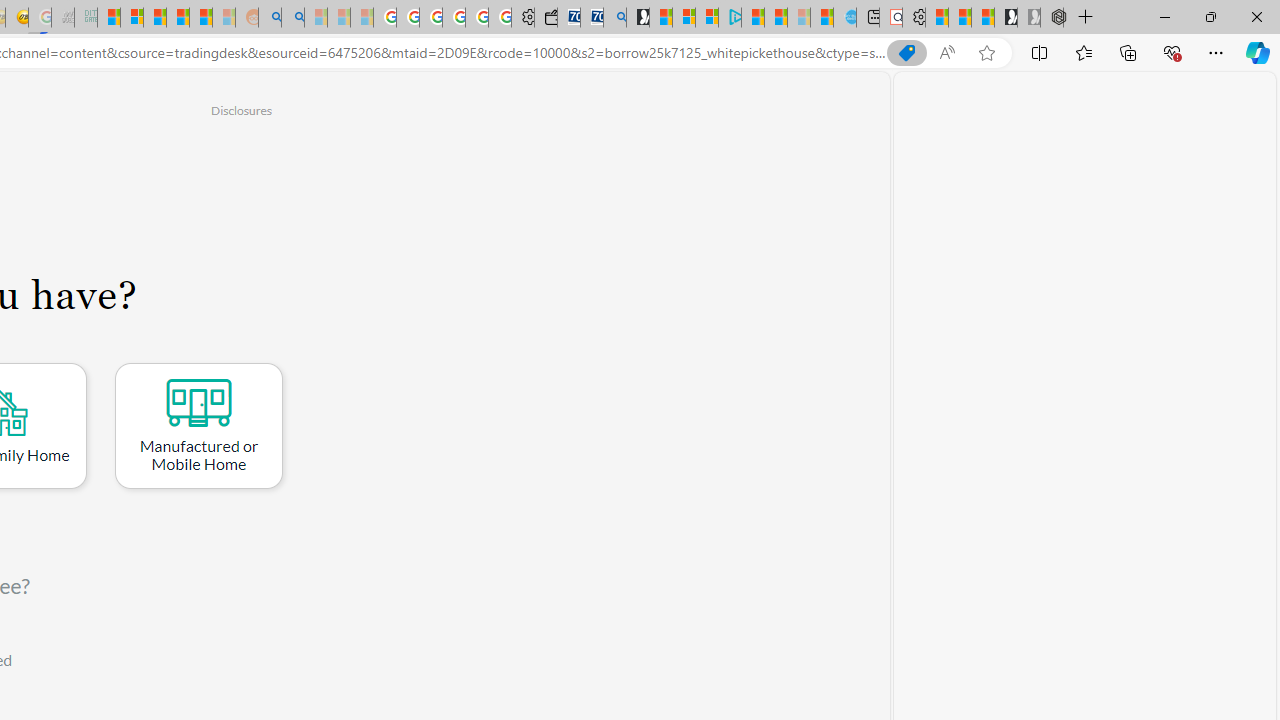  I want to click on 'Wallet', so click(545, 17).